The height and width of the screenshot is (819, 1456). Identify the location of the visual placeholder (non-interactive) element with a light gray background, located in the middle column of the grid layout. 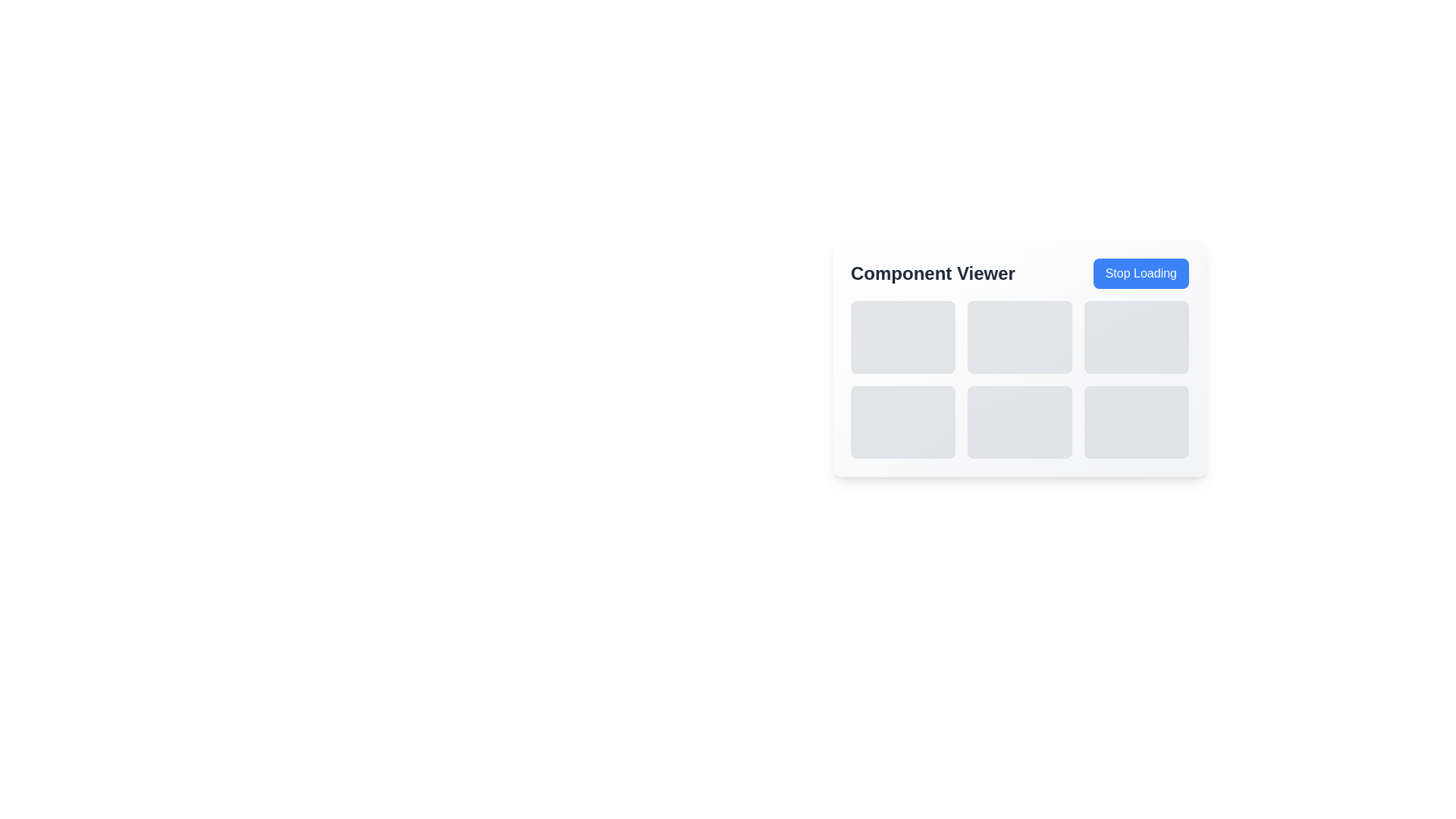
(1019, 336).